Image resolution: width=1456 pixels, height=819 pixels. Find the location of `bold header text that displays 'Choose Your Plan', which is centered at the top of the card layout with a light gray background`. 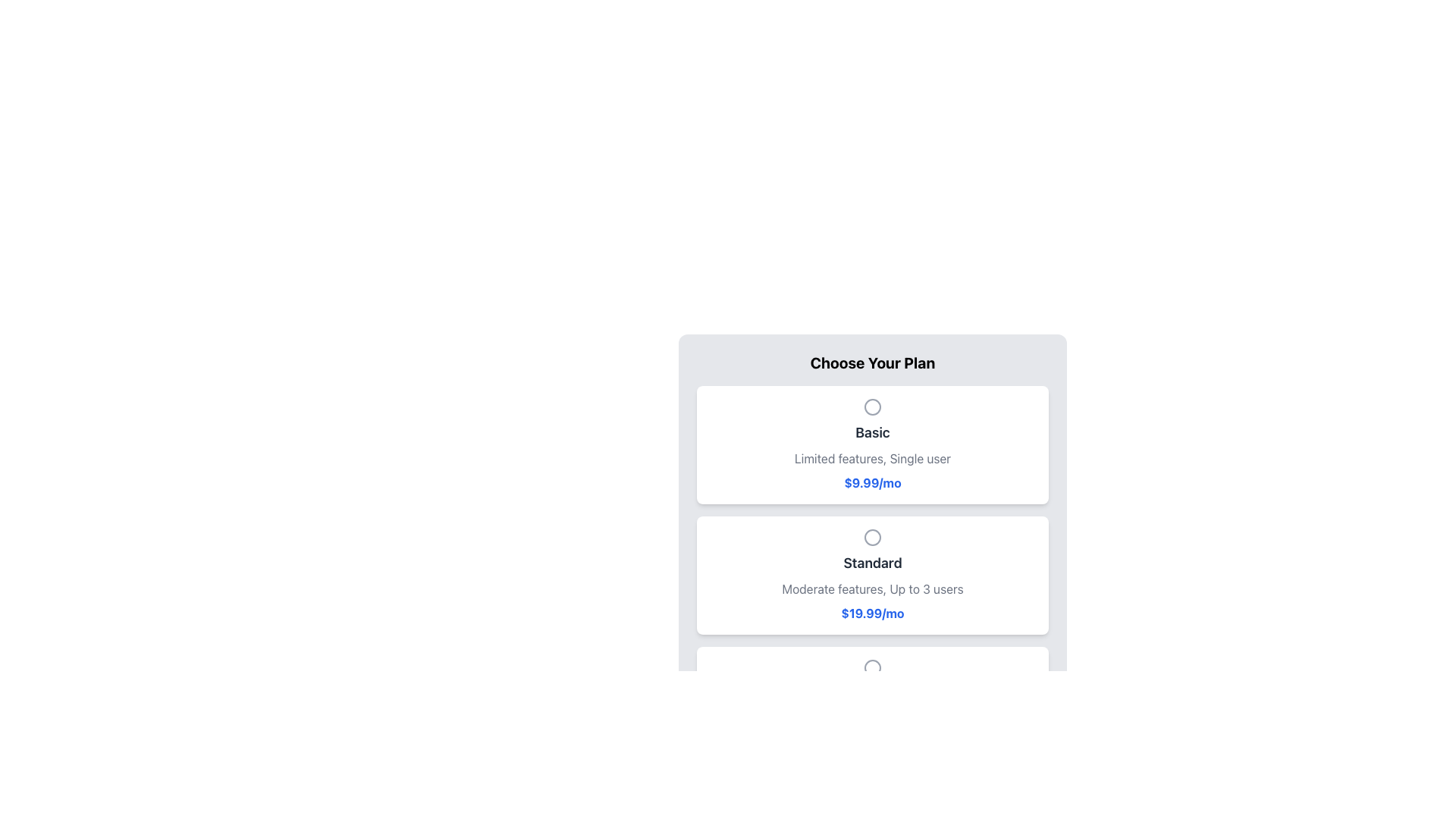

bold header text that displays 'Choose Your Plan', which is centered at the top of the card layout with a light gray background is located at coordinates (873, 362).